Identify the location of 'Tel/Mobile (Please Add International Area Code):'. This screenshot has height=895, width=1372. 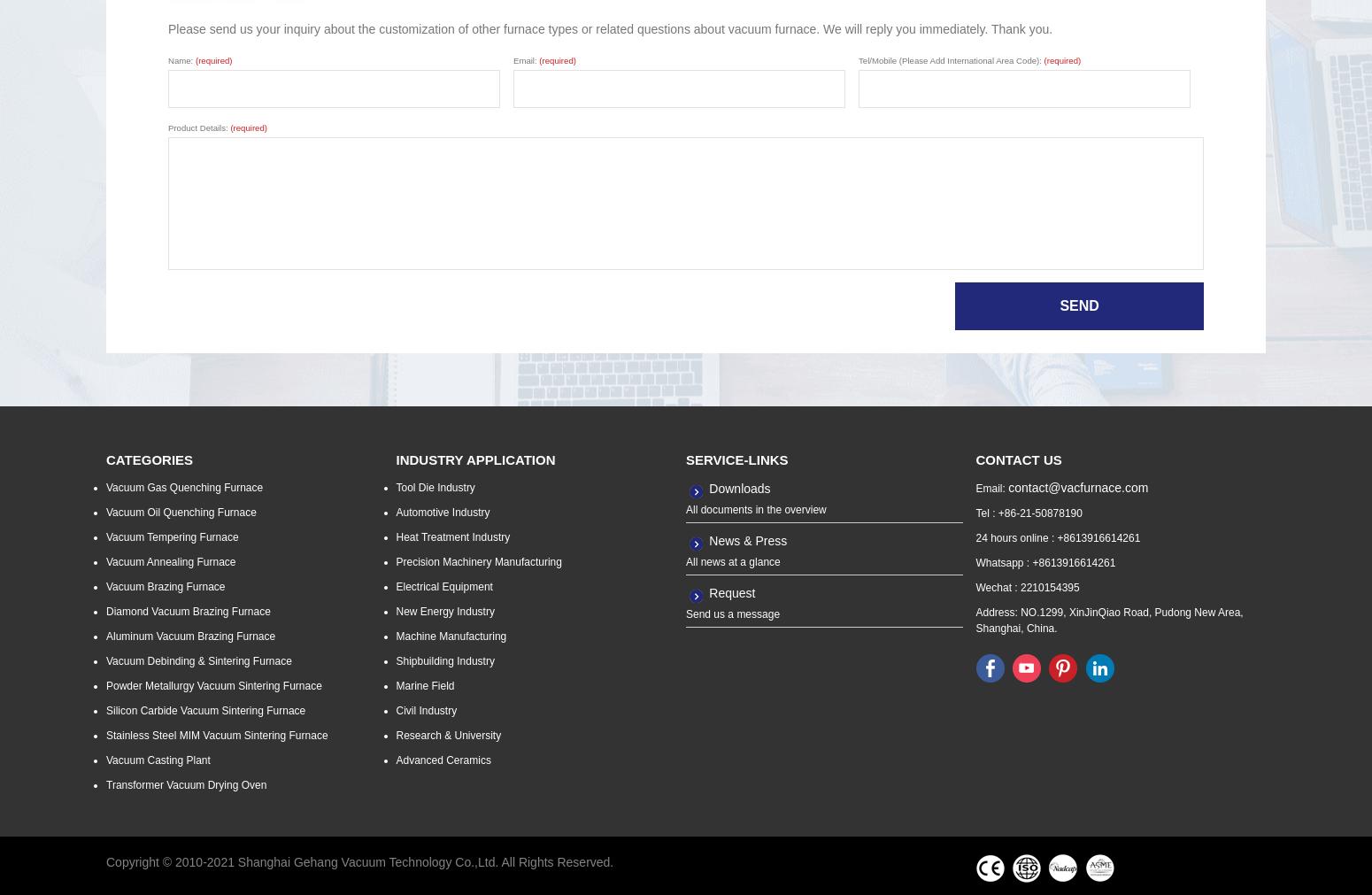
(951, 59).